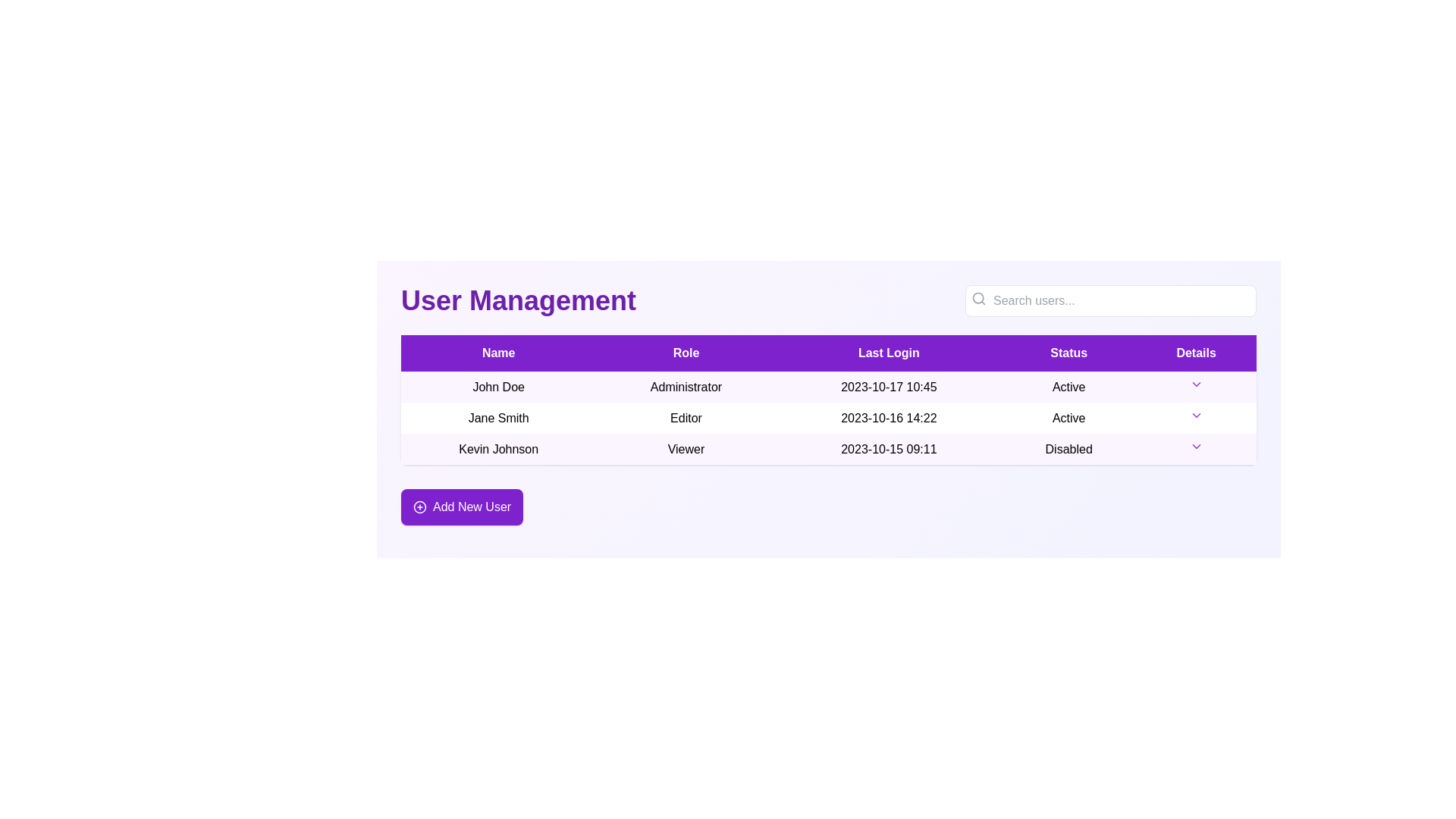 This screenshot has height=819, width=1456. I want to click on the downward arrow toggle in the last column of the row labeled with the user name 'John Doe', so click(1195, 386).